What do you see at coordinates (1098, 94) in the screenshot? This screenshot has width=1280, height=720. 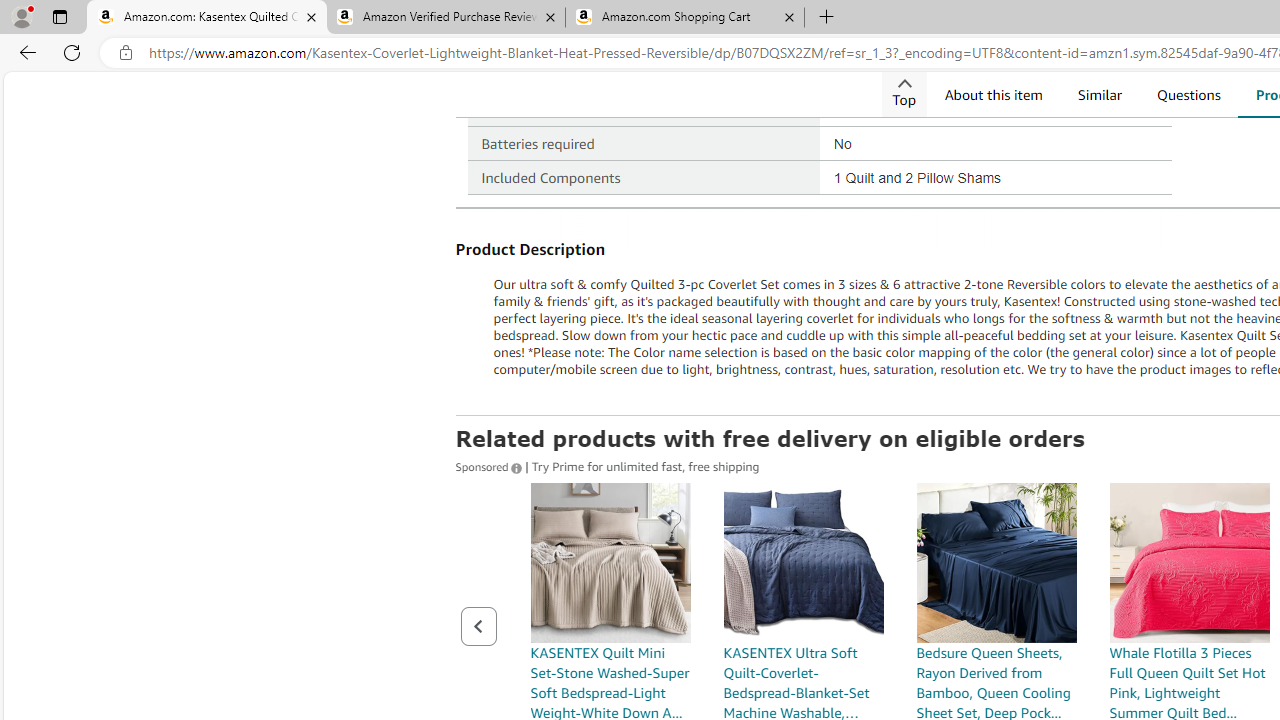 I see `'Similar'` at bounding box center [1098, 94].